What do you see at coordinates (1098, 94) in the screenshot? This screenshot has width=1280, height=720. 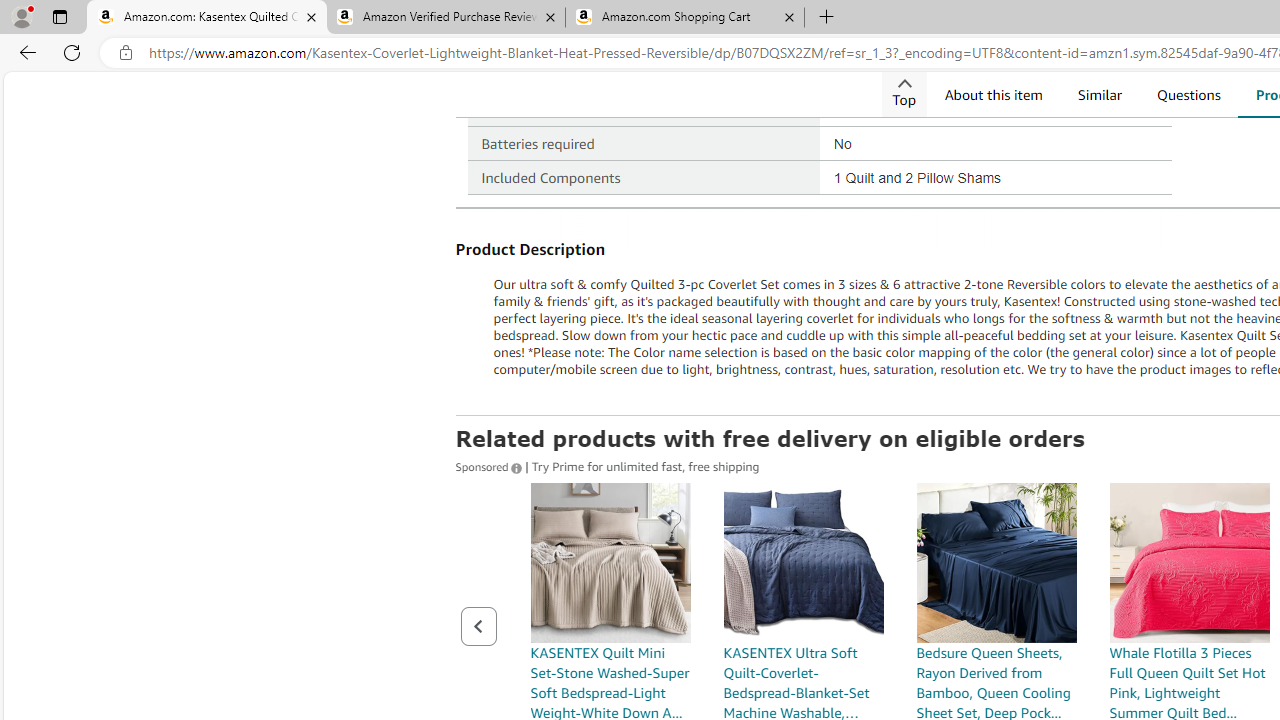 I see `'Similar'` at bounding box center [1098, 94].